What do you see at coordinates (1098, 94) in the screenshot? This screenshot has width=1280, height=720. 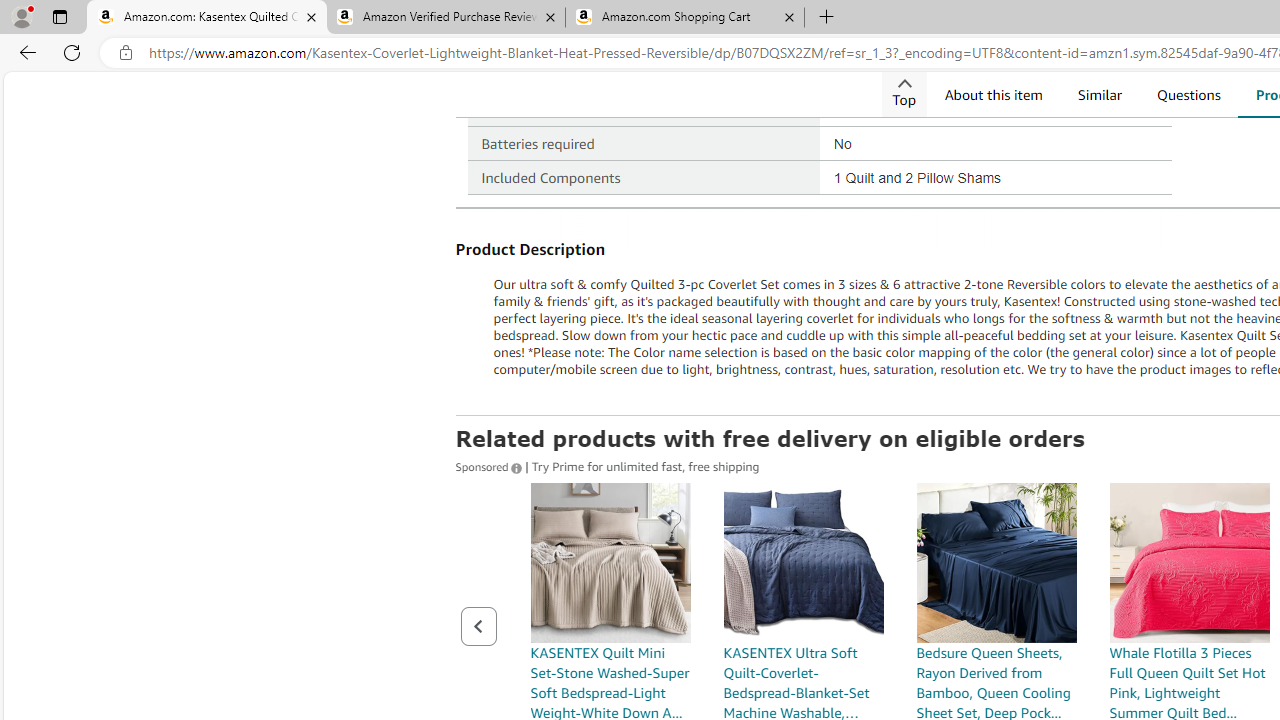 I see `'Similar'` at bounding box center [1098, 94].